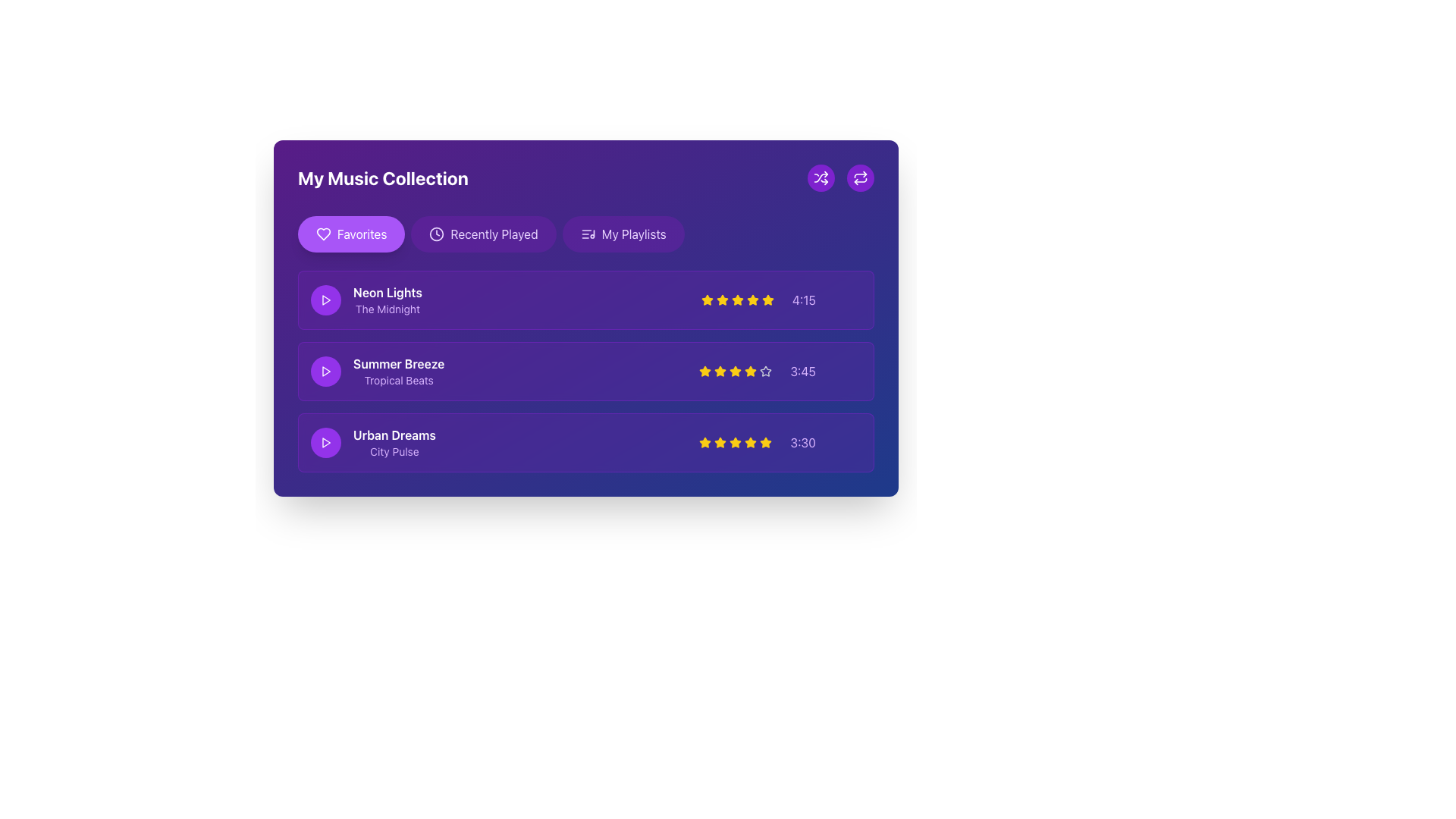 The width and height of the screenshot is (1456, 819). Describe the element at coordinates (394, 435) in the screenshot. I see `title text label of the playlist entry labeled 'Urban Dreams', which is positioned above the subtitle 'City Pulse'` at that location.